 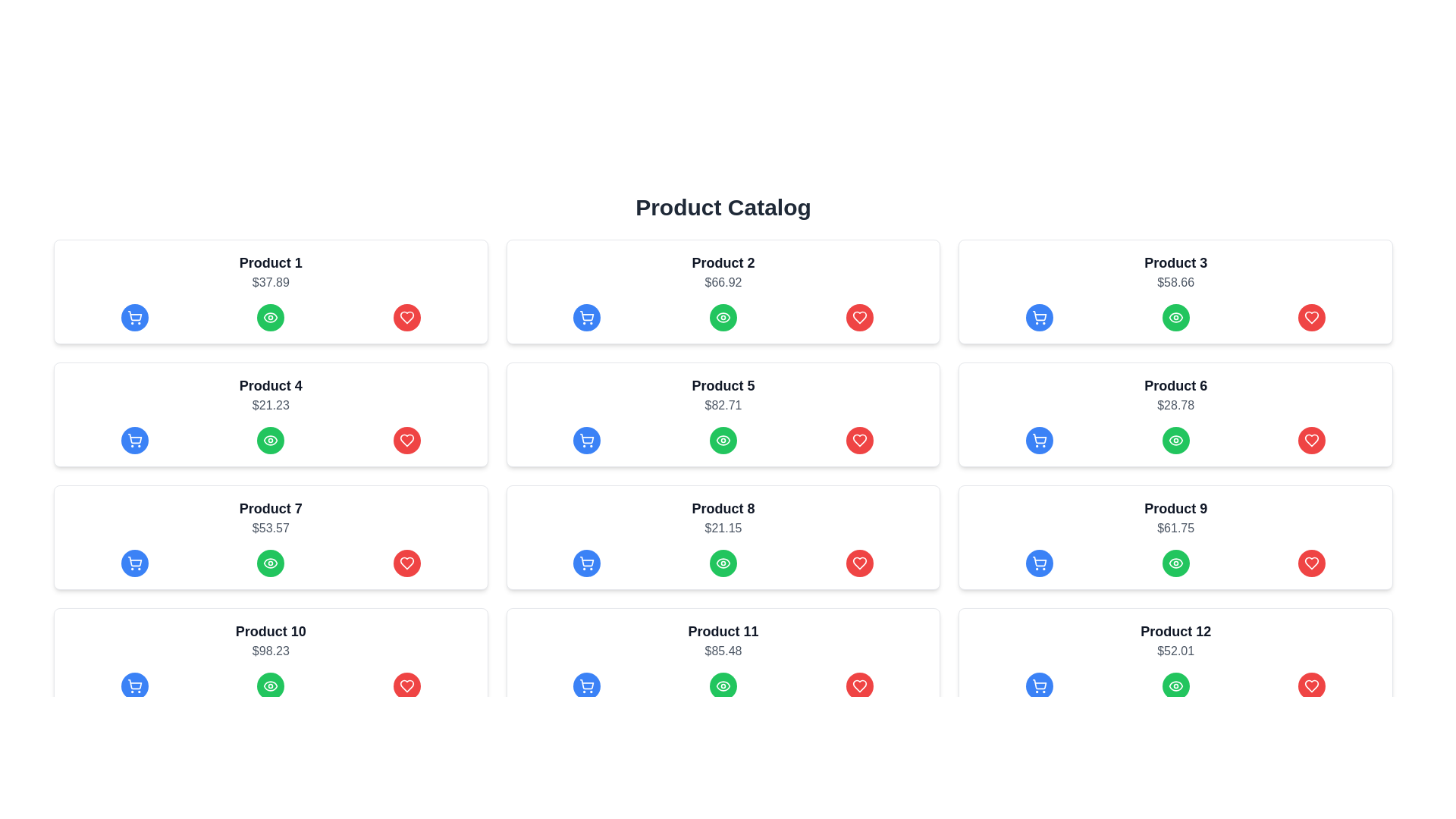 I want to click on the interactive icon for viewing product details located in the product card labeled 'Product 11', centered between the blue cart icon and the red heart icon, so click(x=723, y=686).